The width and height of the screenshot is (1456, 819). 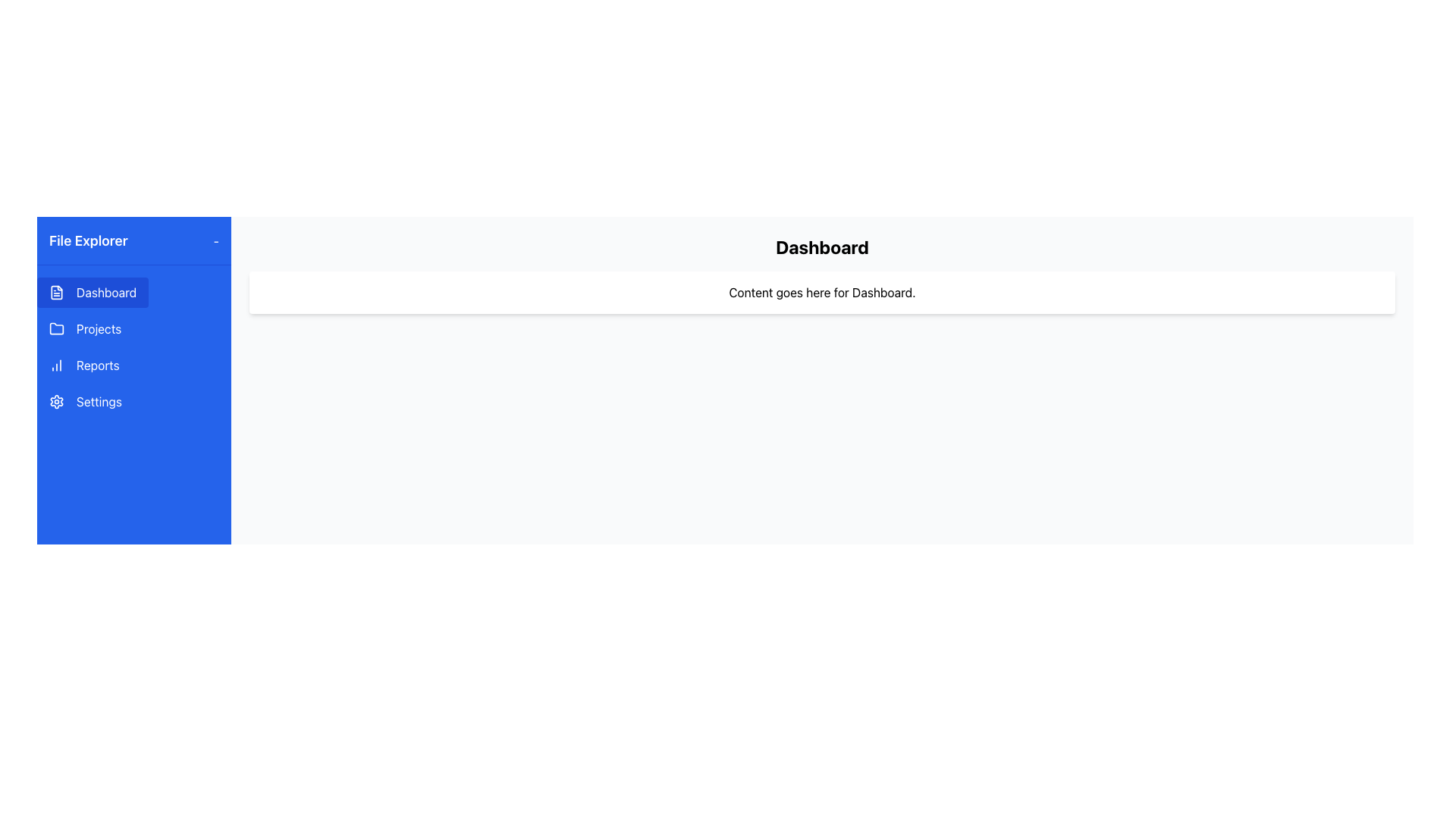 What do you see at coordinates (98, 328) in the screenshot?
I see `the 'Projects' navigation label` at bounding box center [98, 328].